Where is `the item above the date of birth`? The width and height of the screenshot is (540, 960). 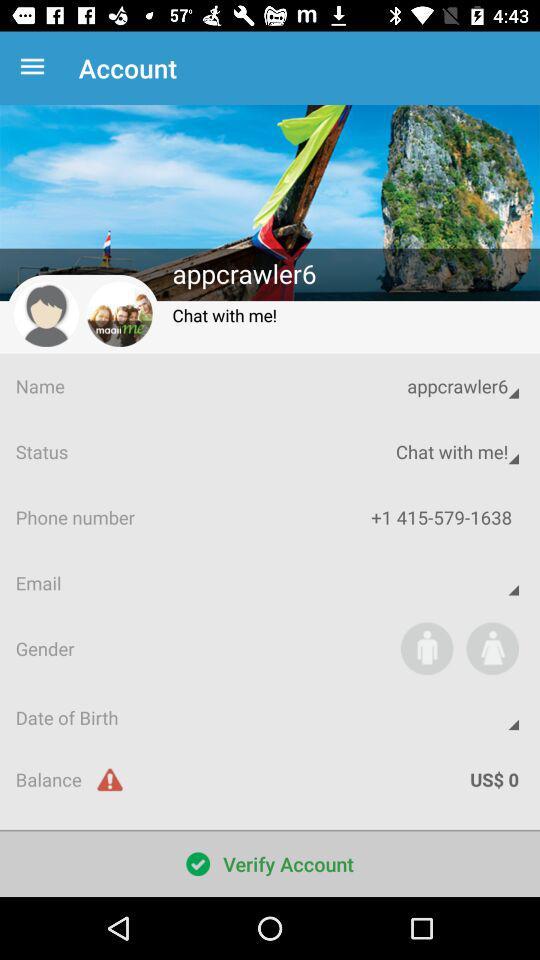 the item above the date of birth is located at coordinates (491, 647).